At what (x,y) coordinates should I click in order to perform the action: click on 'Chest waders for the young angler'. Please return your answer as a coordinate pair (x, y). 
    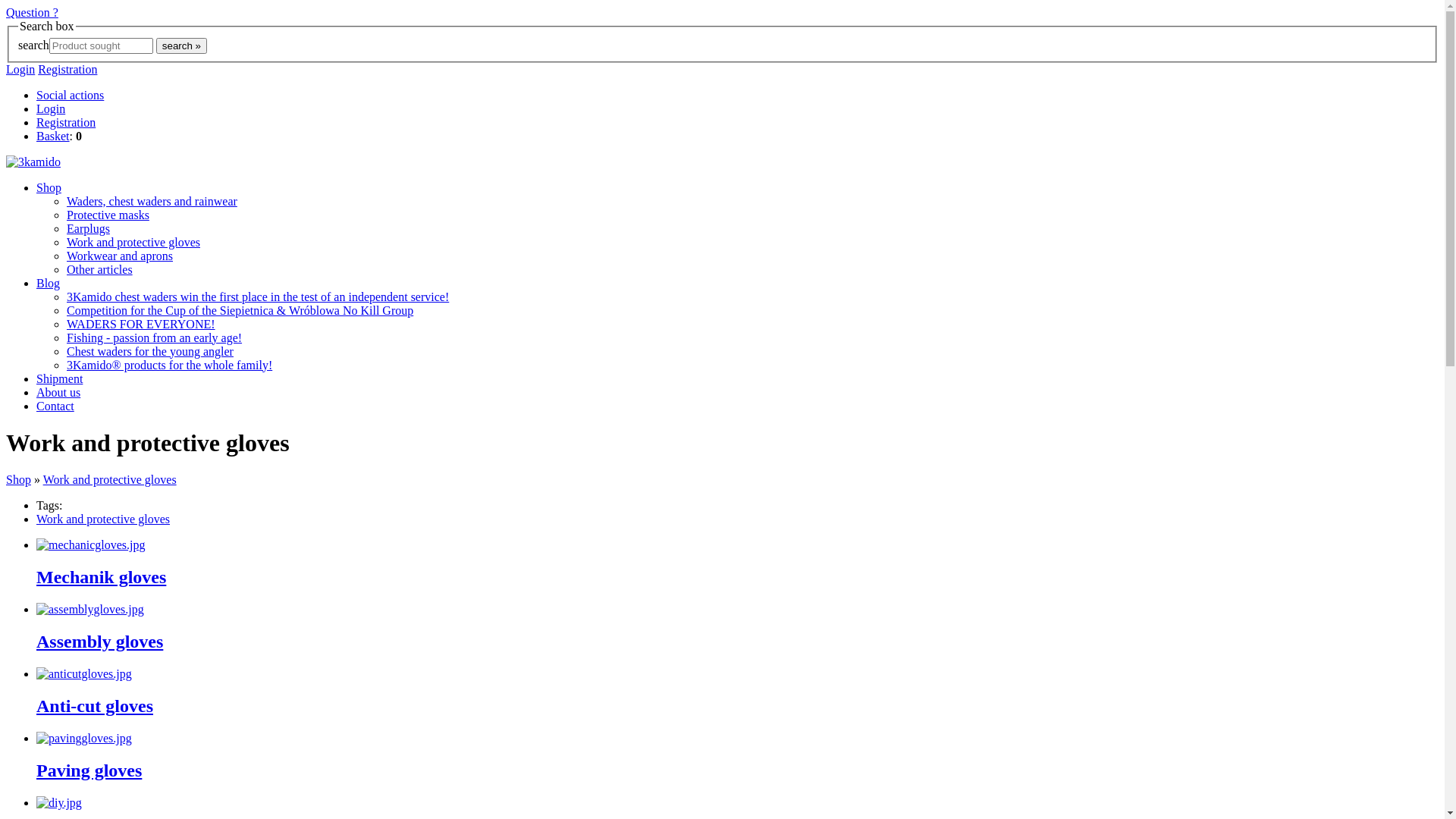
    Looking at the image, I should click on (149, 351).